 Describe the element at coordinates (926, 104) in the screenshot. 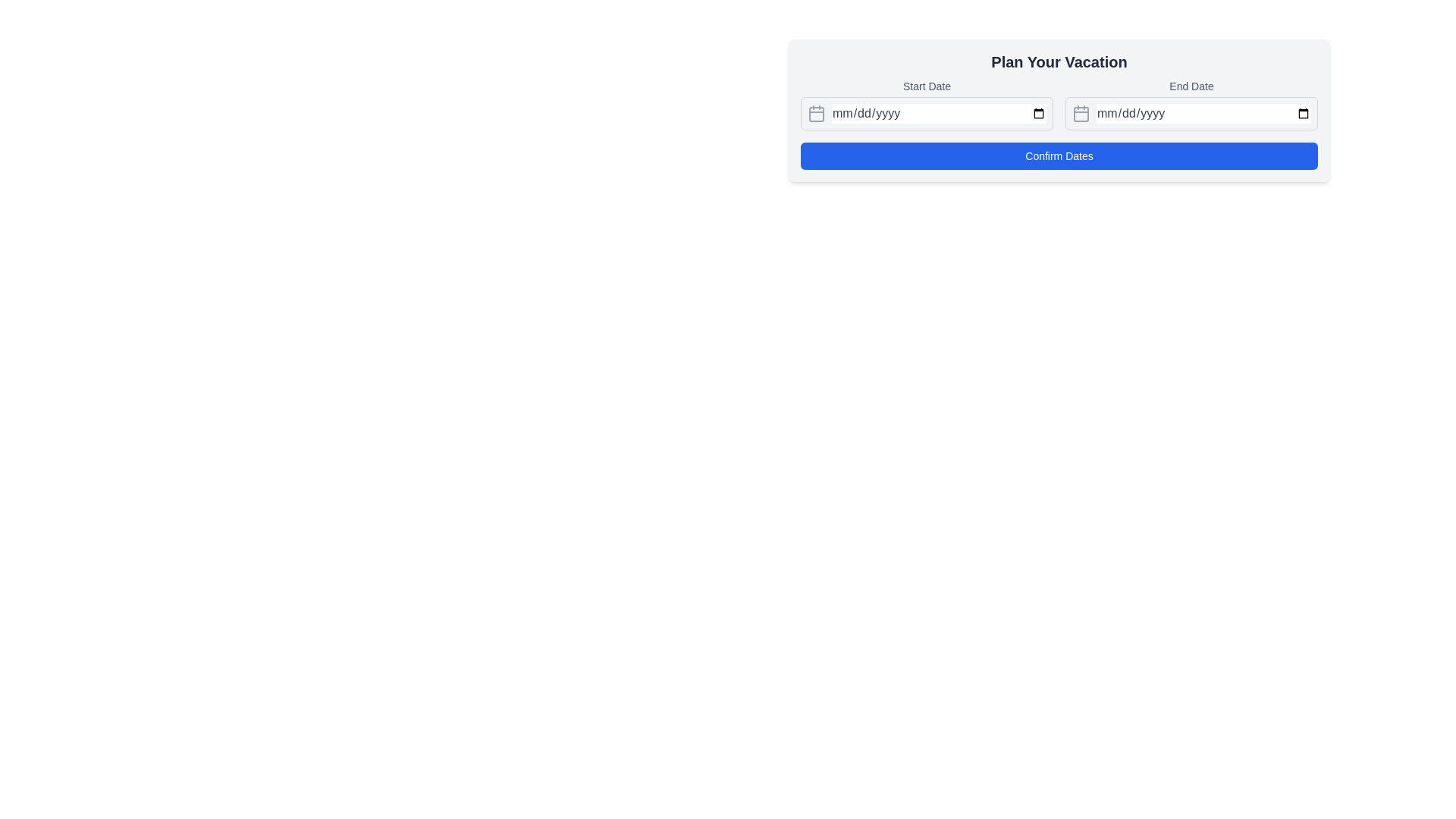

I see `the 'Start Date' input field to input a date` at that location.